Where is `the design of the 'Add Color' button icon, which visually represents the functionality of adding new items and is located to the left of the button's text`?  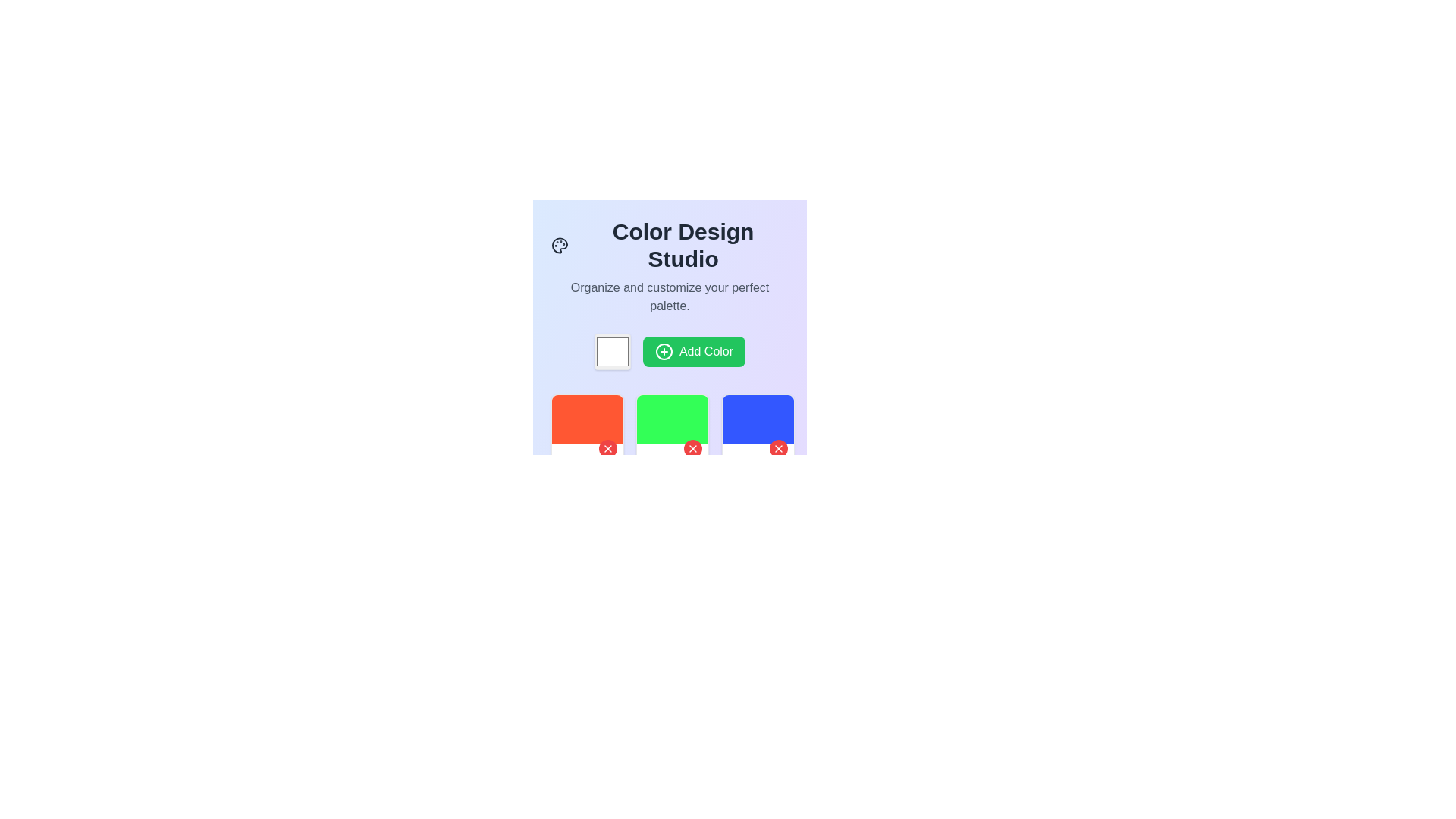
the design of the 'Add Color' button icon, which visually represents the functionality of adding new items and is located to the left of the button's text is located at coordinates (664, 351).